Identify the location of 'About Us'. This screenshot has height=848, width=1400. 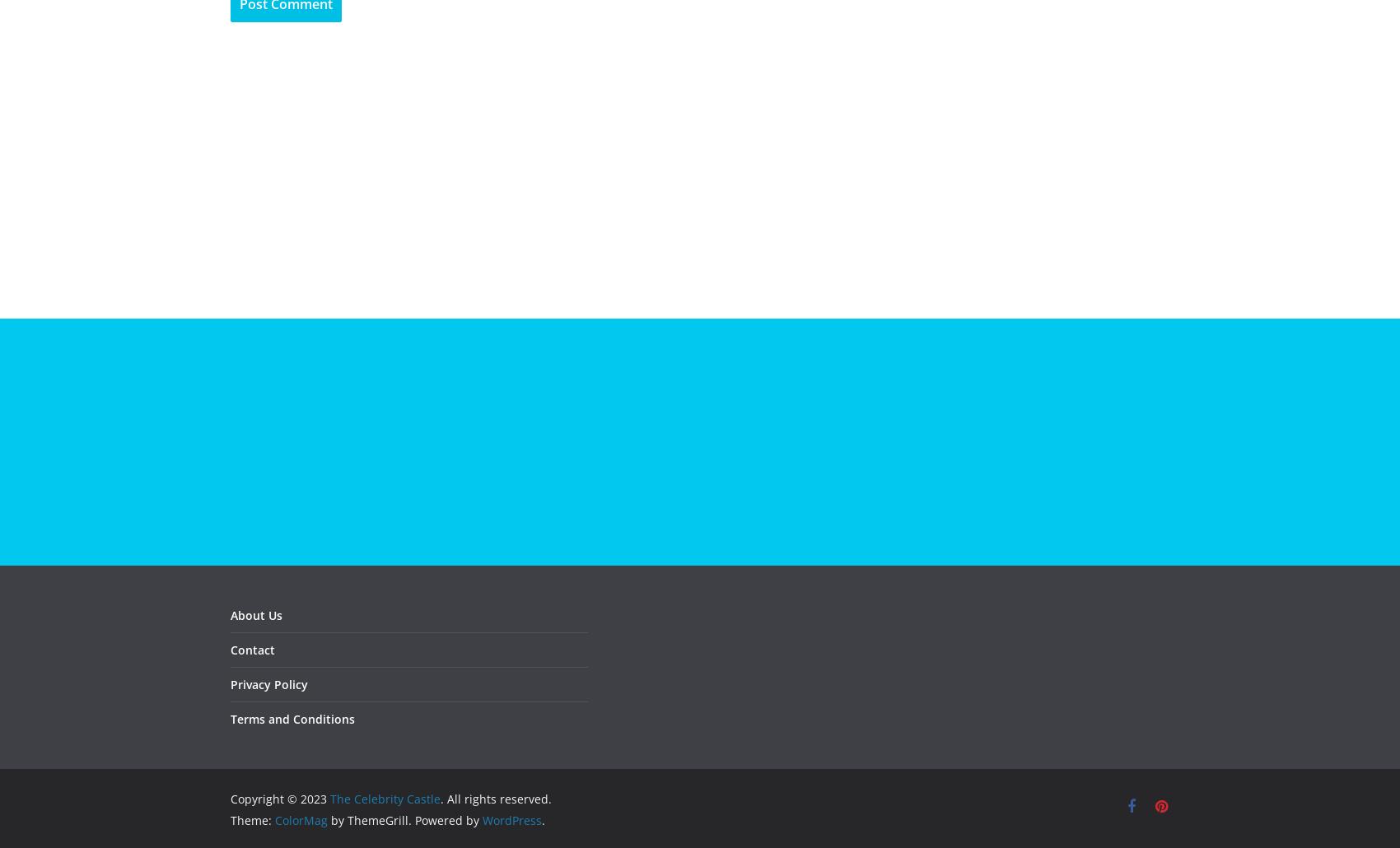
(256, 614).